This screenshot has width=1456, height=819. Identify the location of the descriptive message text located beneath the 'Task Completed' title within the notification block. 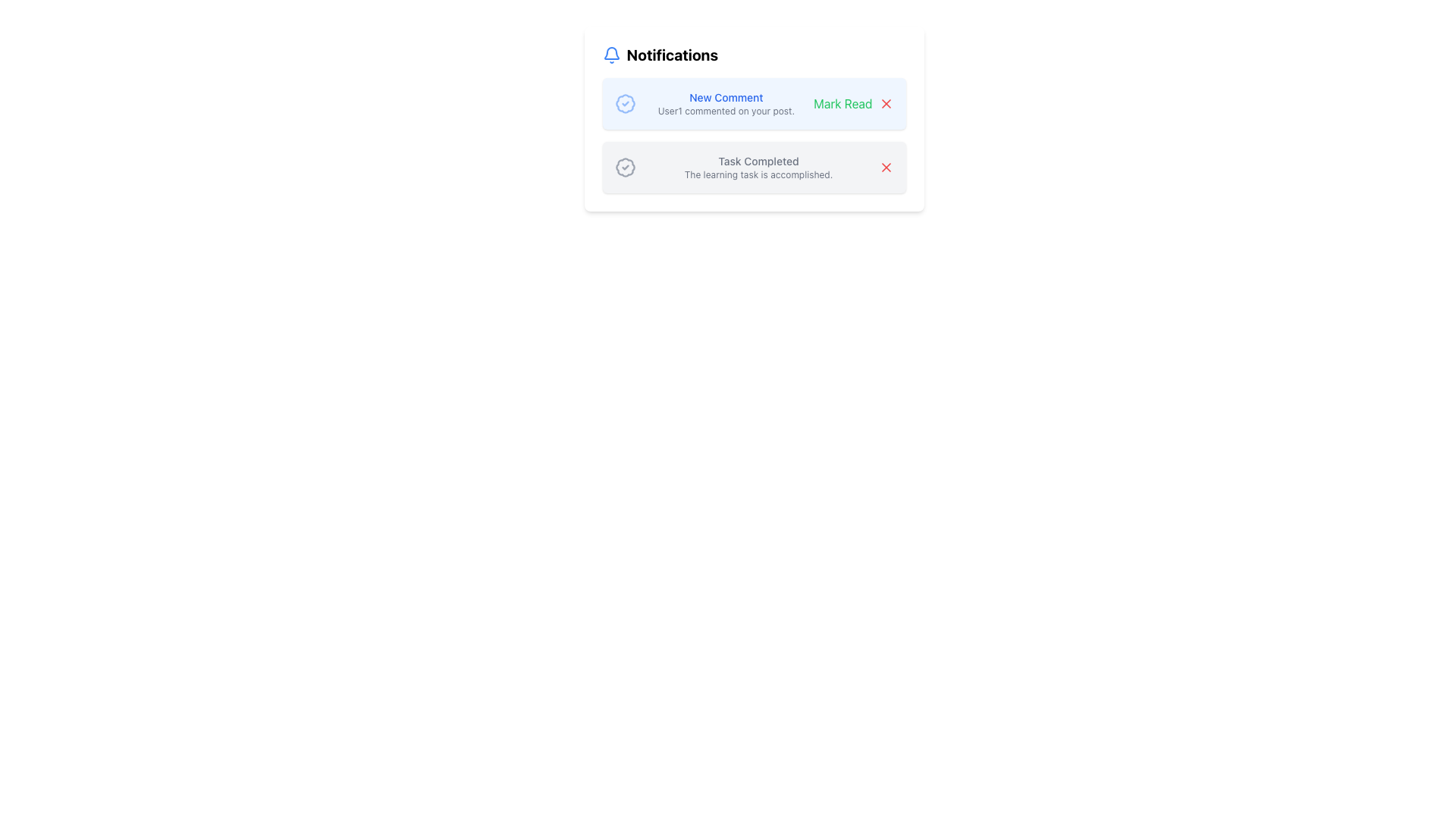
(758, 174).